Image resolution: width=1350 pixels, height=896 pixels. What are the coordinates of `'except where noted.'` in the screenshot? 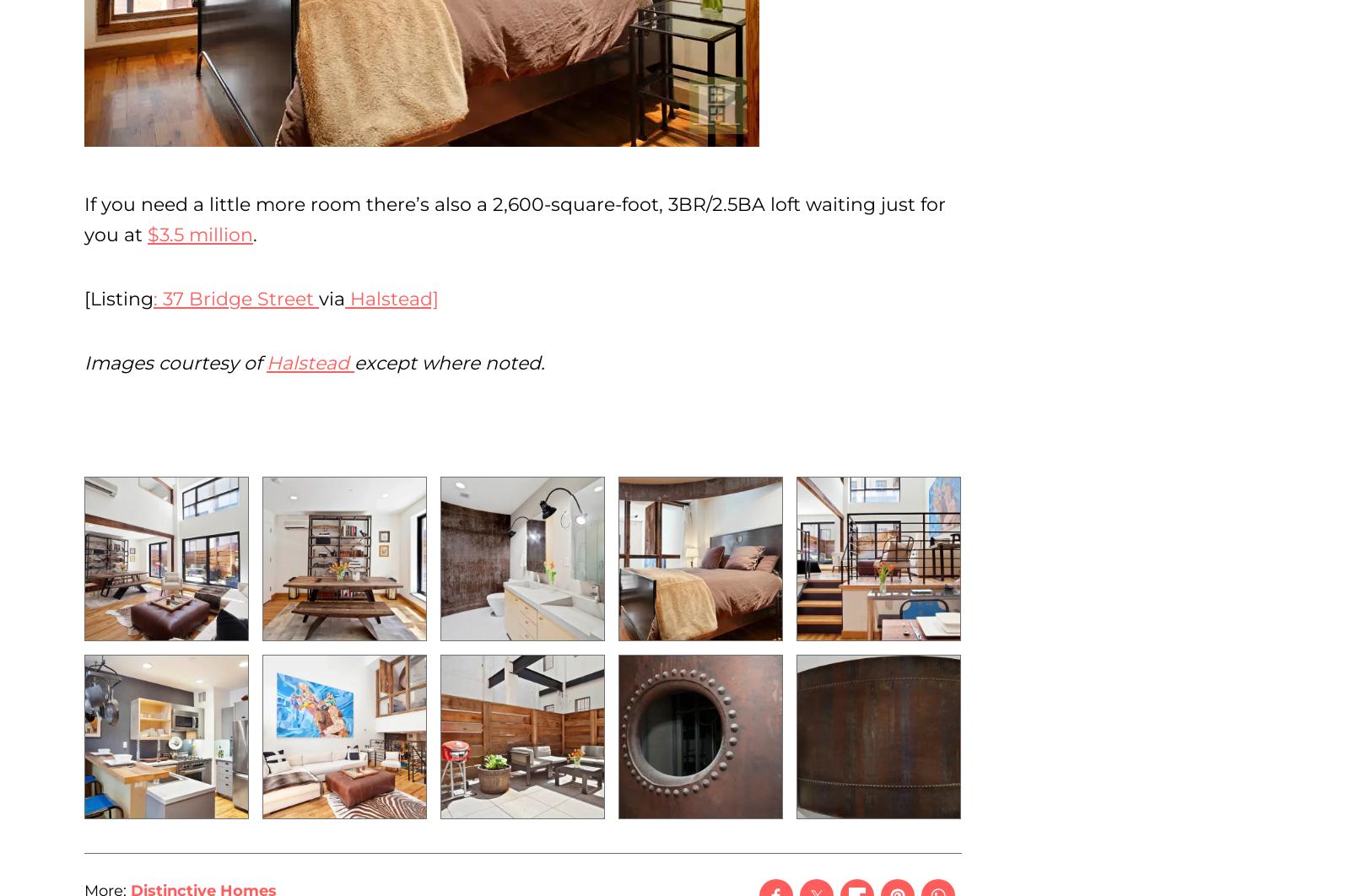 It's located at (448, 362).